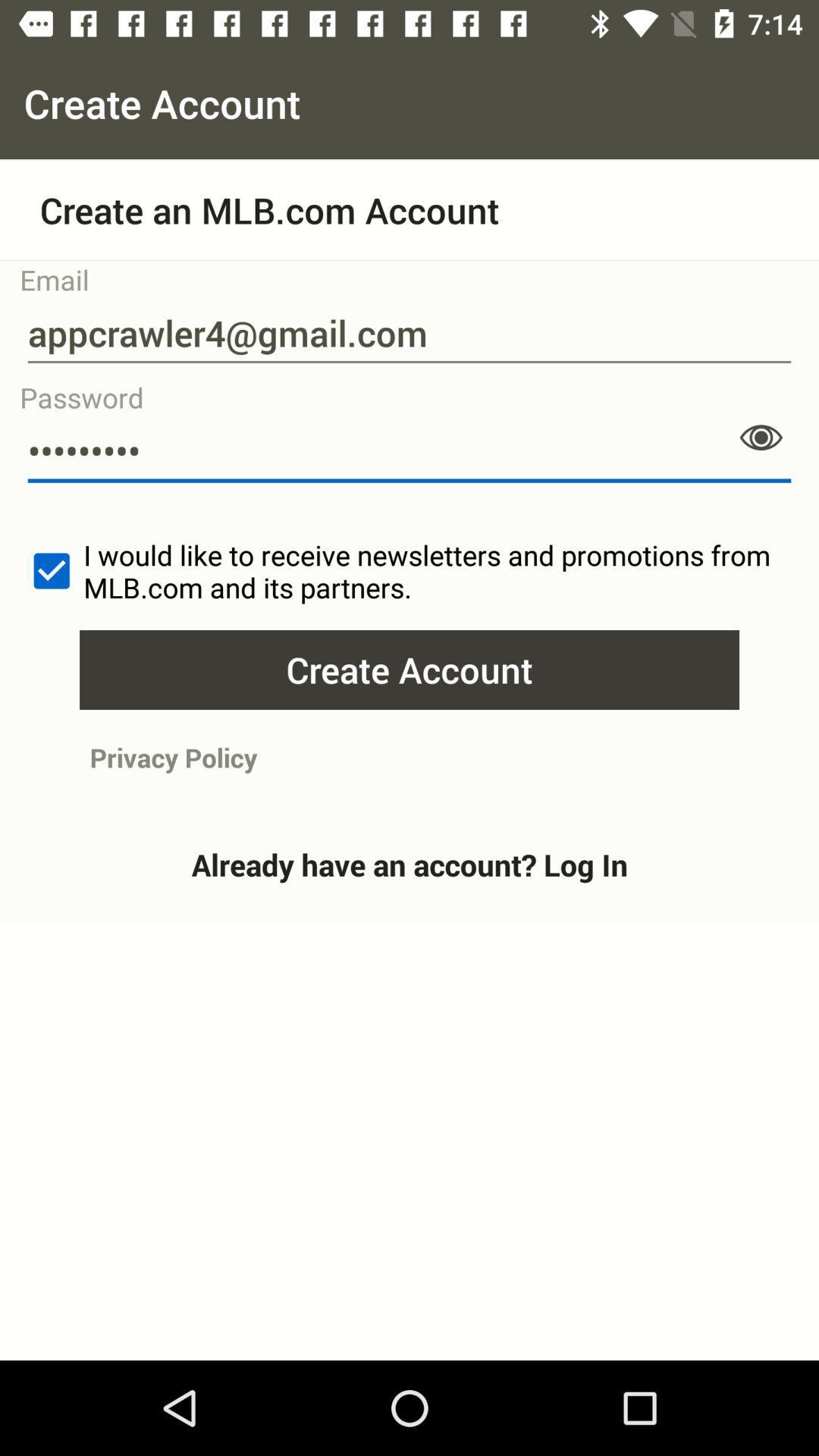 The width and height of the screenshot is (819, 1456). I want to click on icon, so click(761, 437).